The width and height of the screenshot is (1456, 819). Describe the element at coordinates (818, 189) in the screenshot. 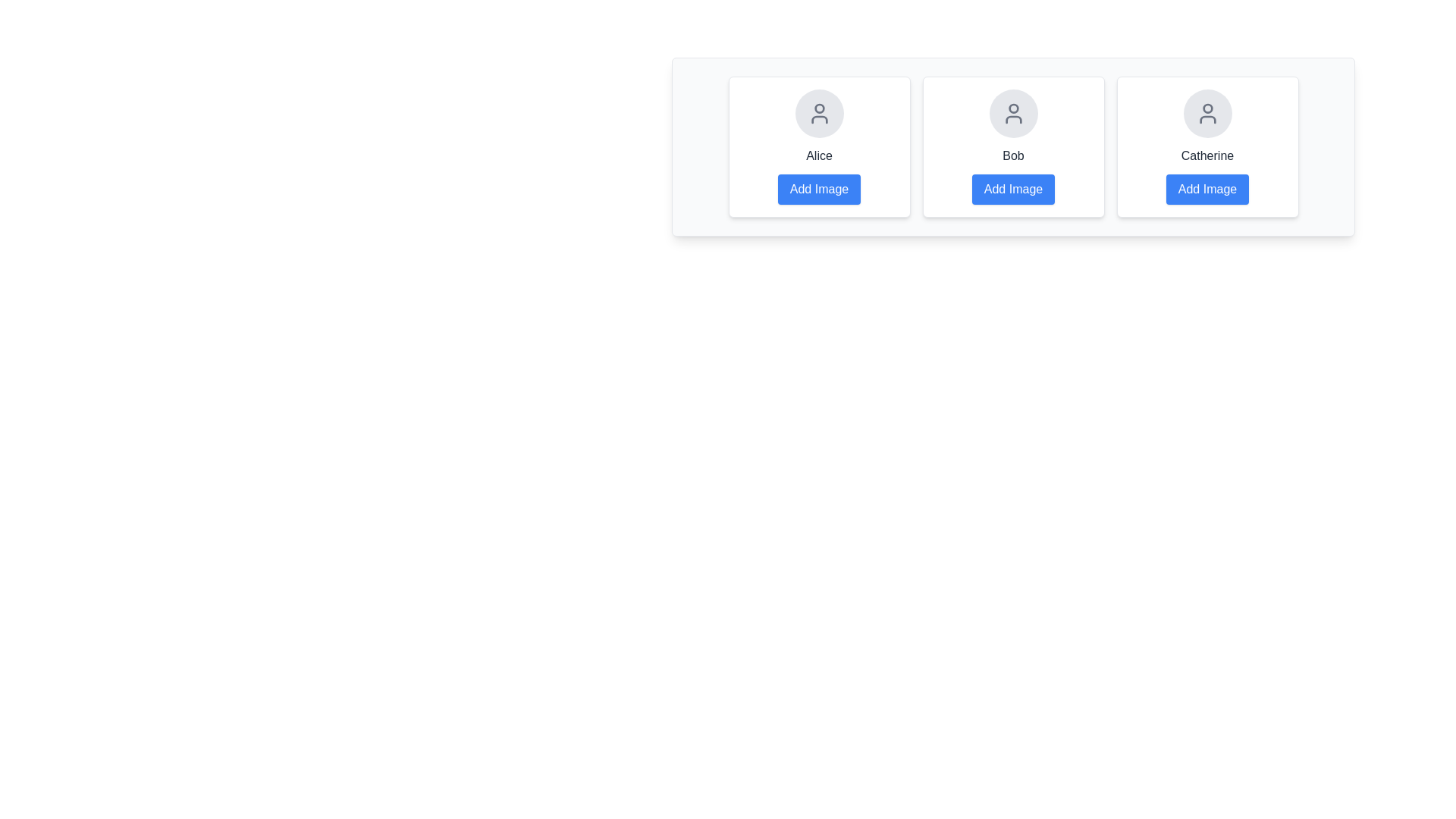

I see `'Add Image' button for Alice` at that location.